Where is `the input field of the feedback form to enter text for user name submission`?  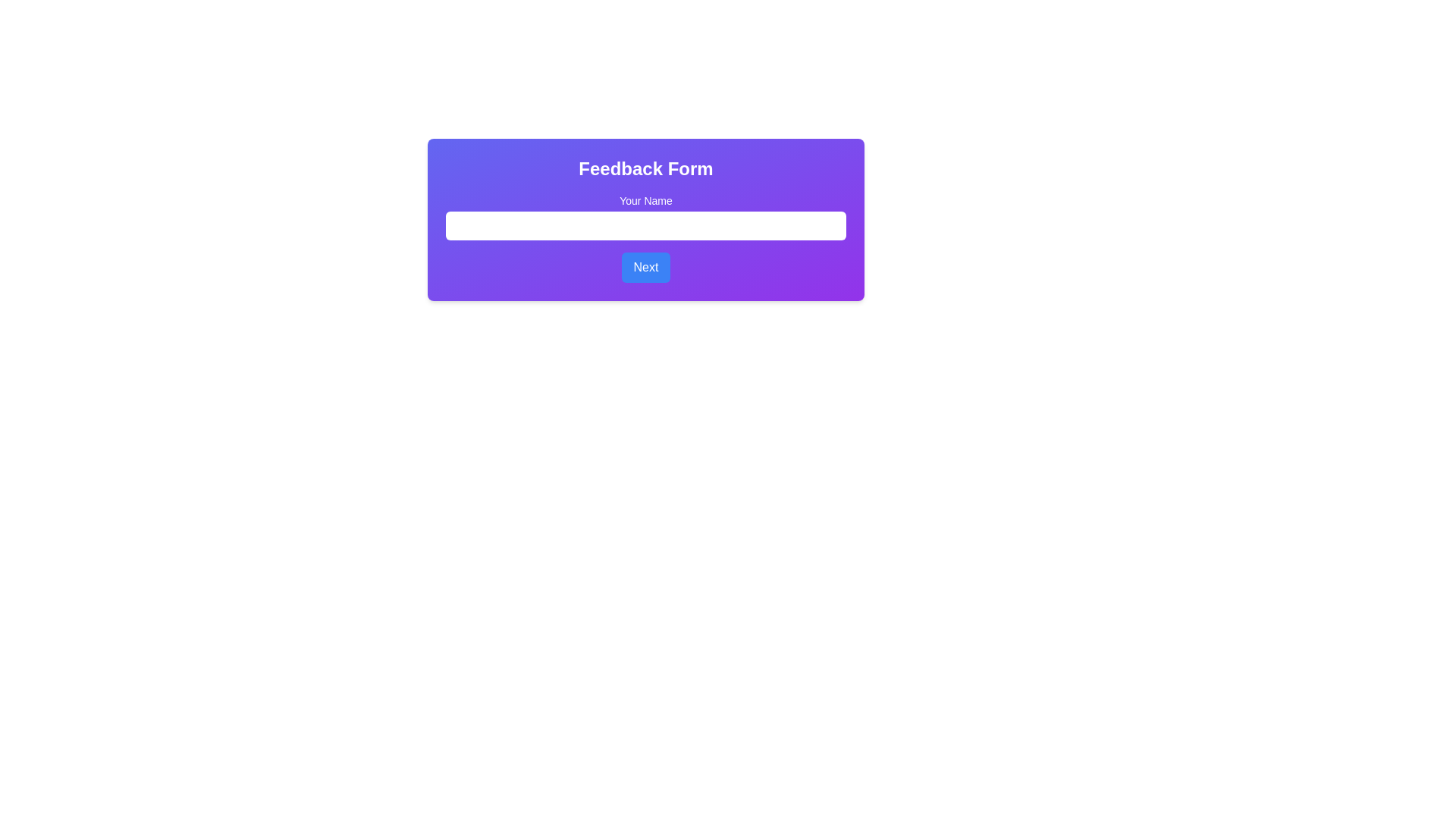 the input field of the feedback form to enter text for user name submission is located at coordinates (645, 219).